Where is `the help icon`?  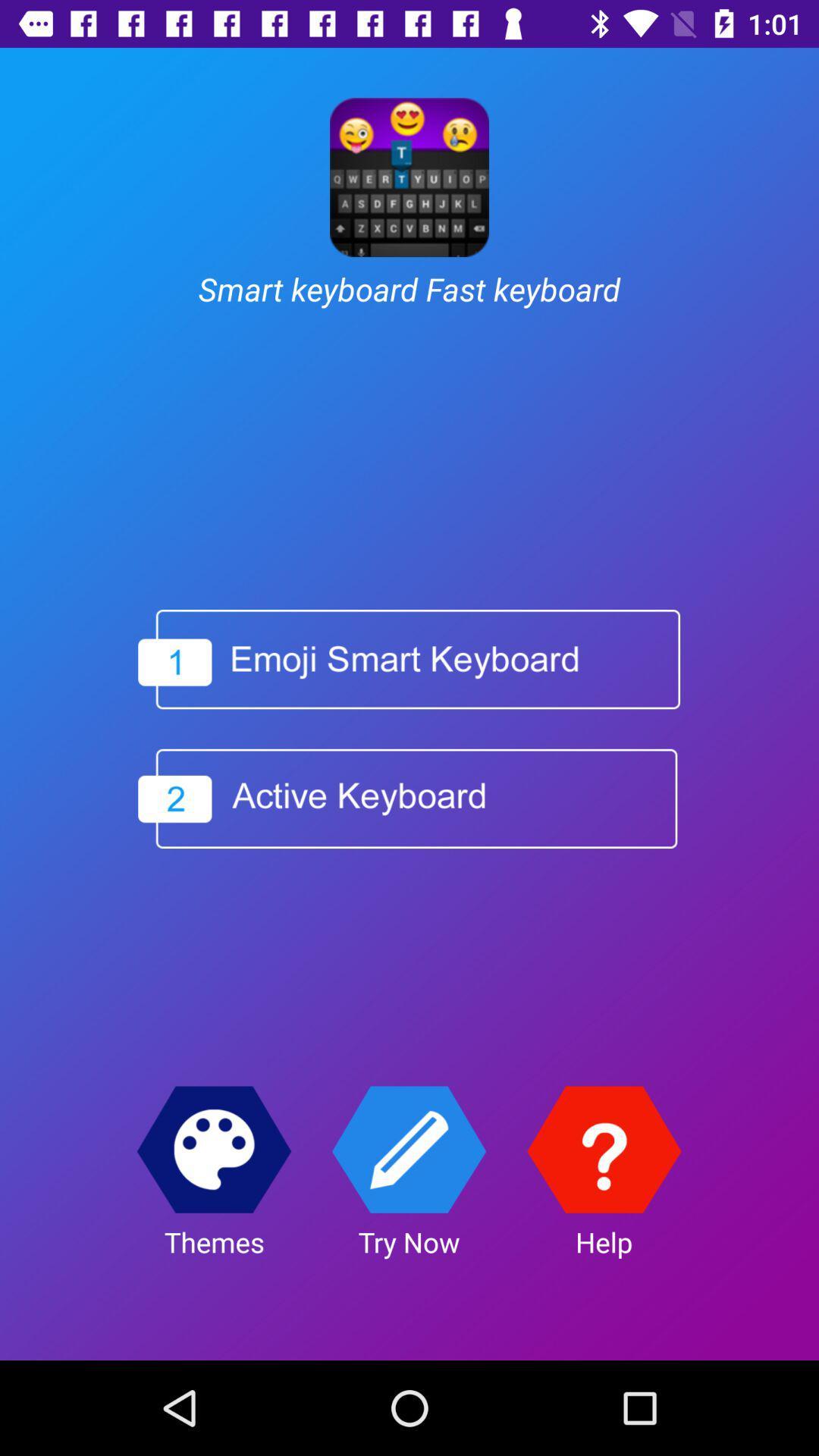 the help icon is located at coordinates (603, 1150).